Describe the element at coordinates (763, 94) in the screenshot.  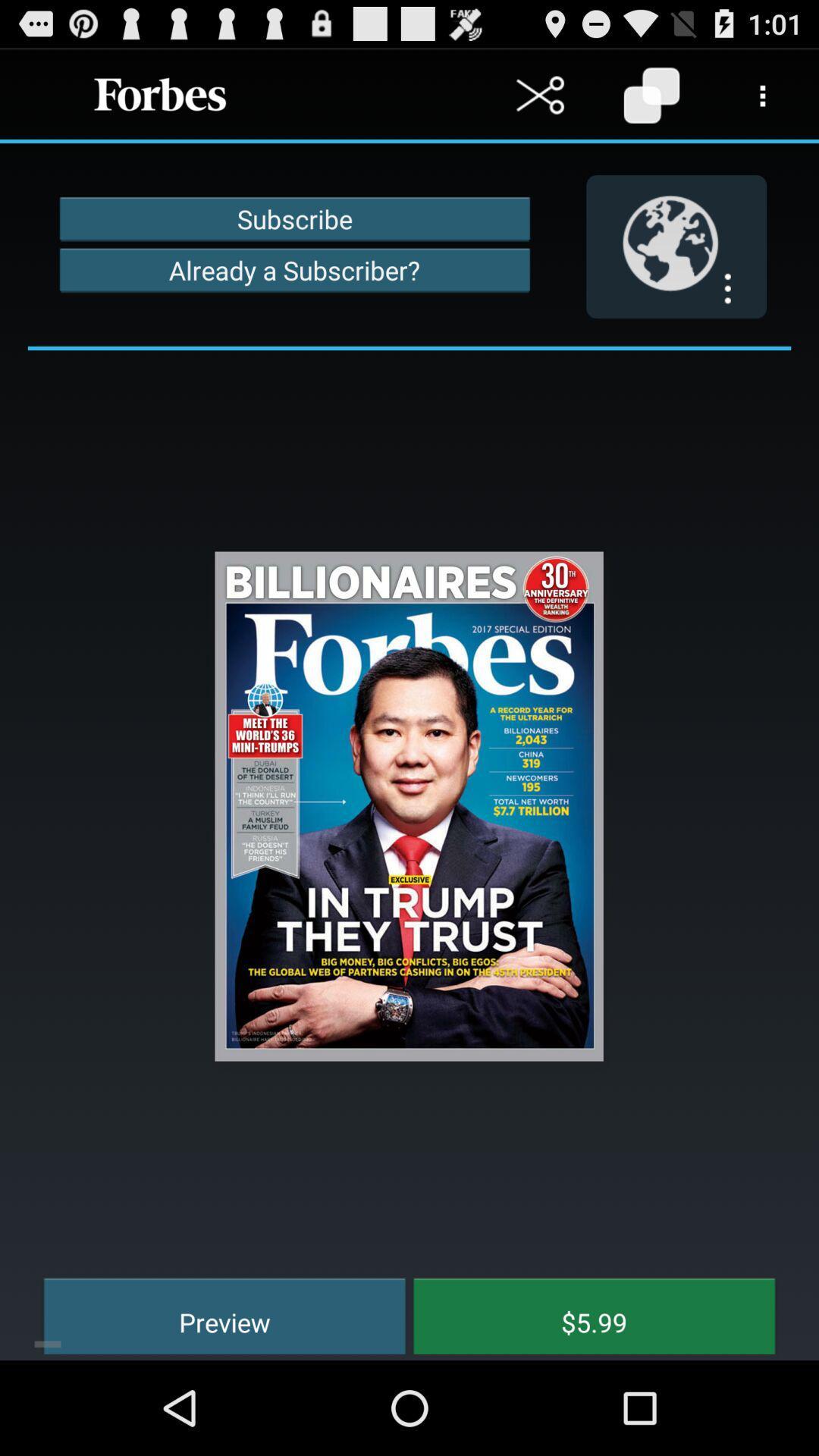
I see `other options` at that location.